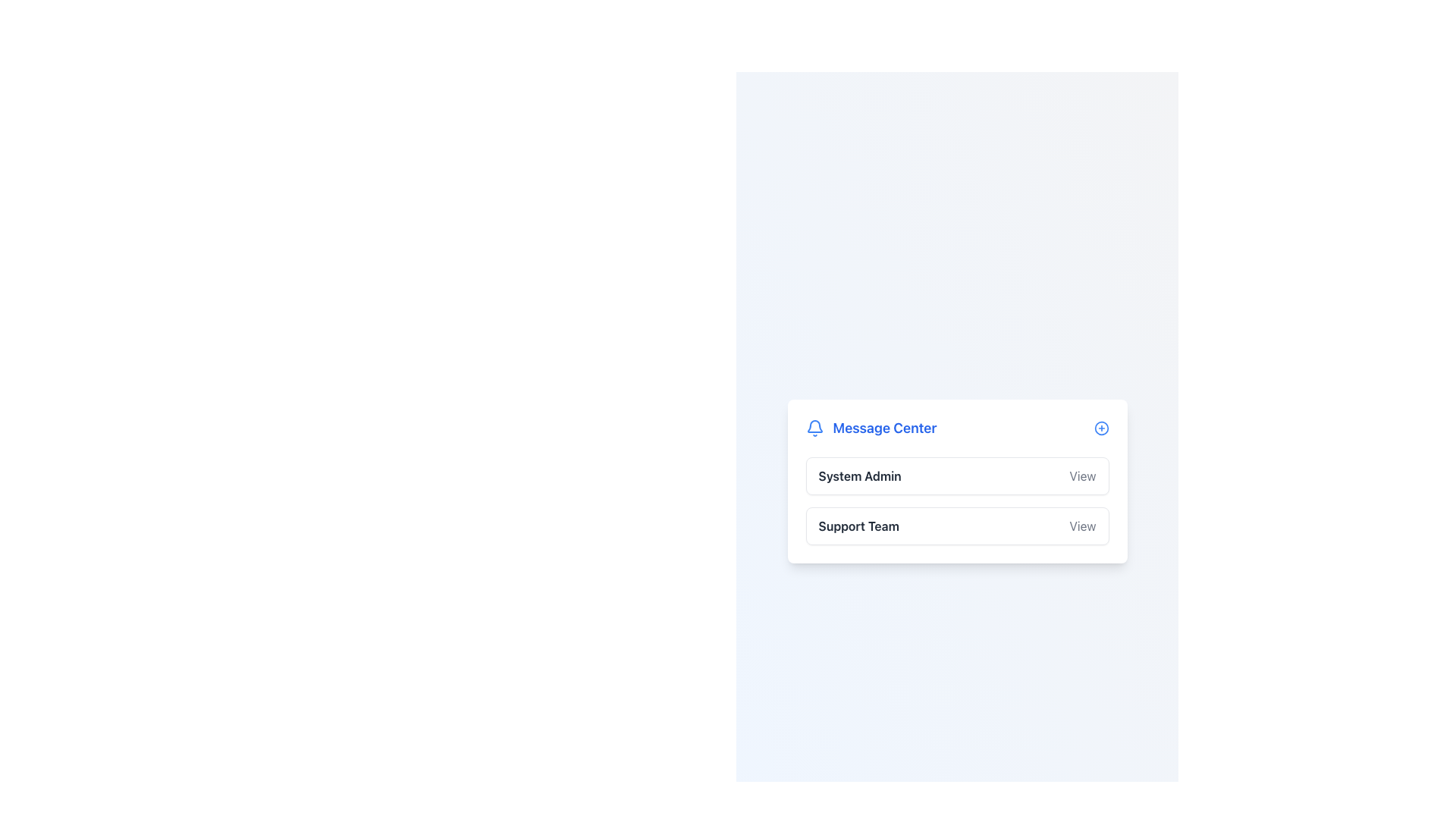 The width and height of the screenshot is (1456, 819). What do you see at coordinates (1081, 526) in the screenshot?
I see `the second 'View' button located at the far right of the second row in the 'Message Center' block` at bounding box center [1081, 526].